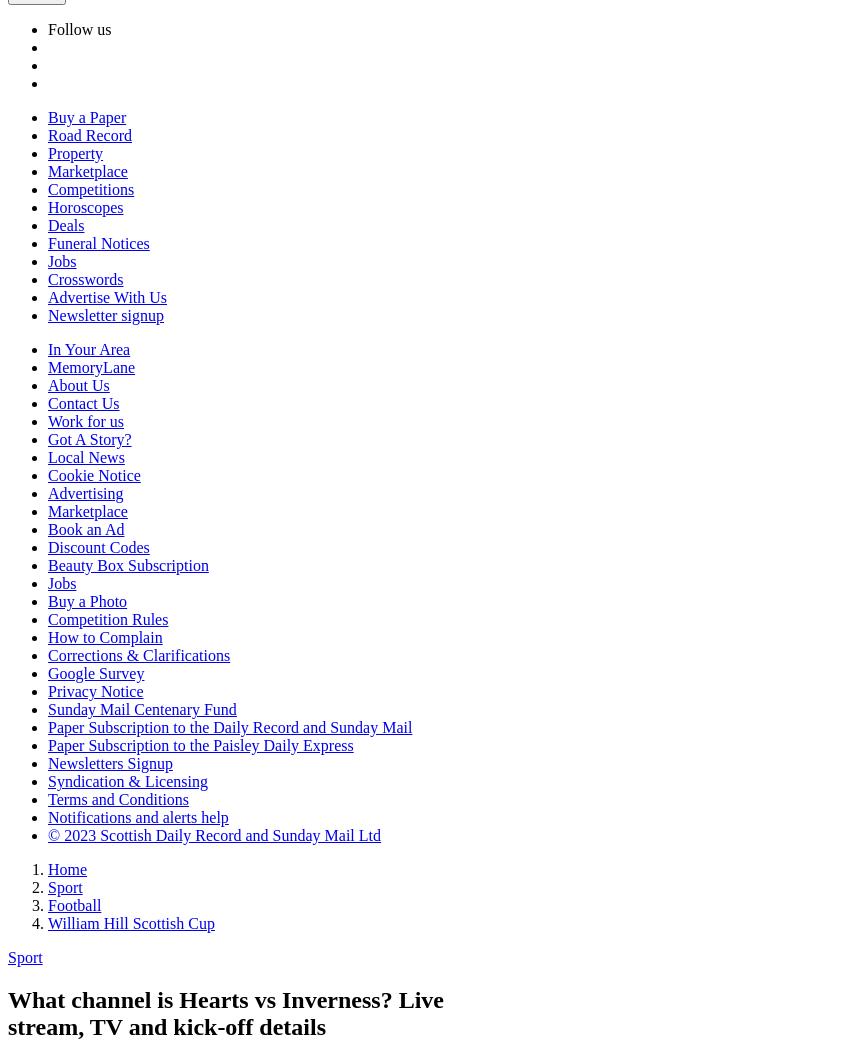  Describe the element at coordinates (214, 835) in the screenshot. I see `'© 2023 Scottish Daily Record and Sunday Mail Ltd'` at that location.